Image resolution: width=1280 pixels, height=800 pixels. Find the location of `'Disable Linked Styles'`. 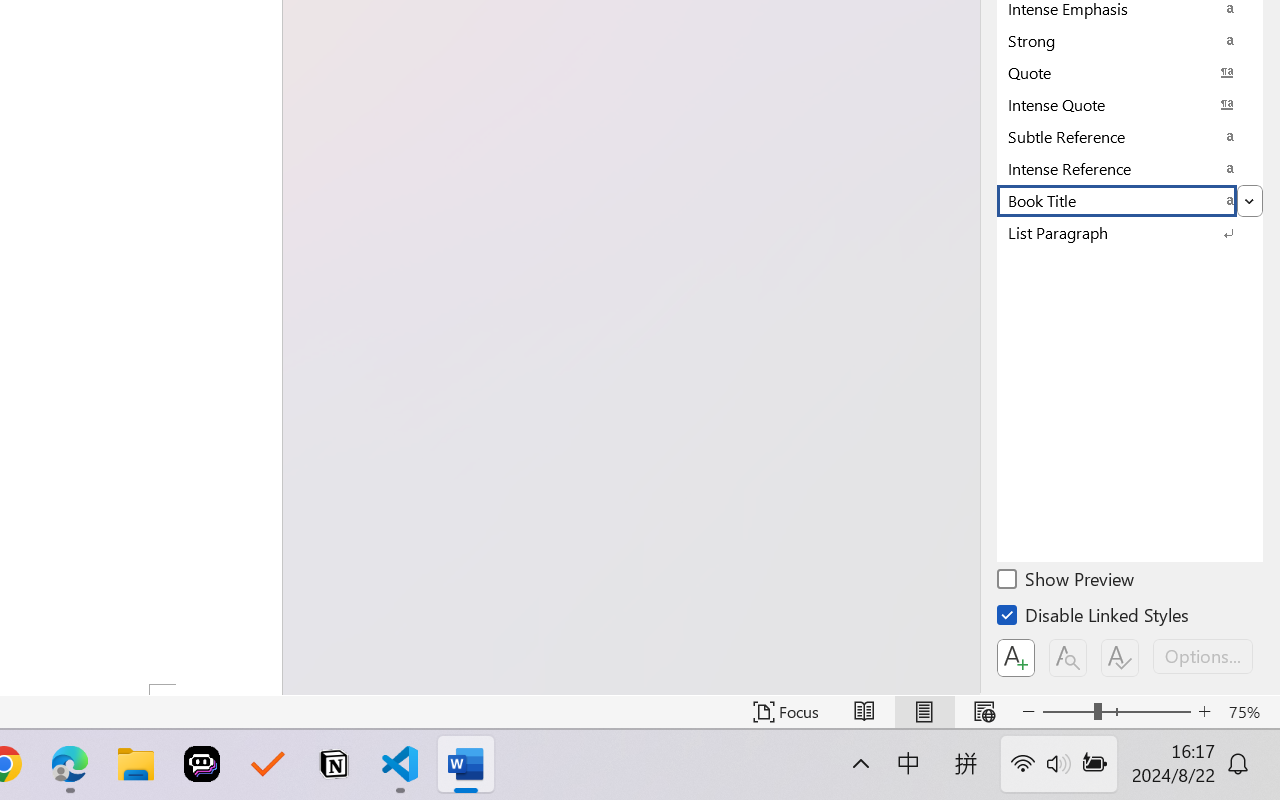

'Disable Linked Styles' is located at coordinates (1094, 618).